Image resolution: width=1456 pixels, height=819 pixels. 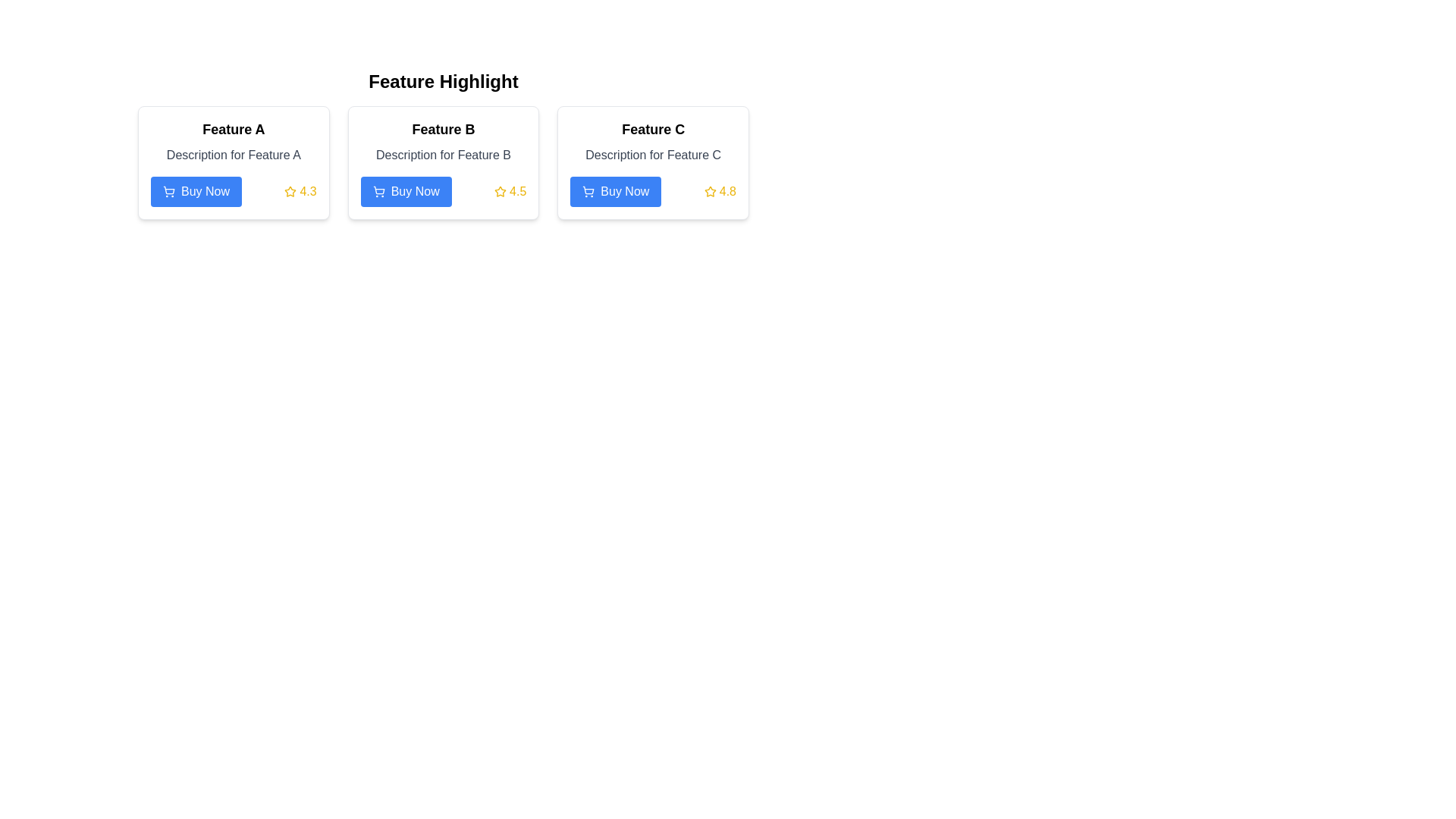 I want to click on the Header text that represents 'Feature C' located at the top section of the third card in the 'Feature Highlight' section, so click(x=653, y=128).